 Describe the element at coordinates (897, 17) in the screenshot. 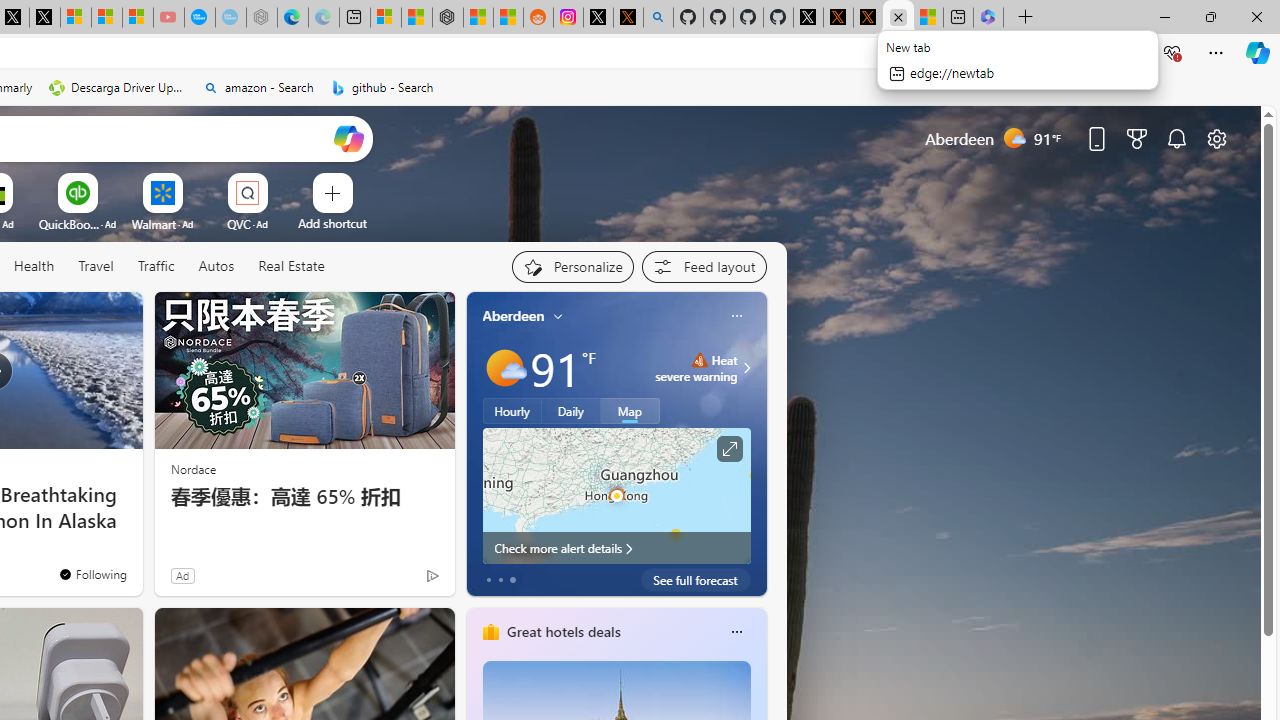

I see `'Close tab'` at that location.